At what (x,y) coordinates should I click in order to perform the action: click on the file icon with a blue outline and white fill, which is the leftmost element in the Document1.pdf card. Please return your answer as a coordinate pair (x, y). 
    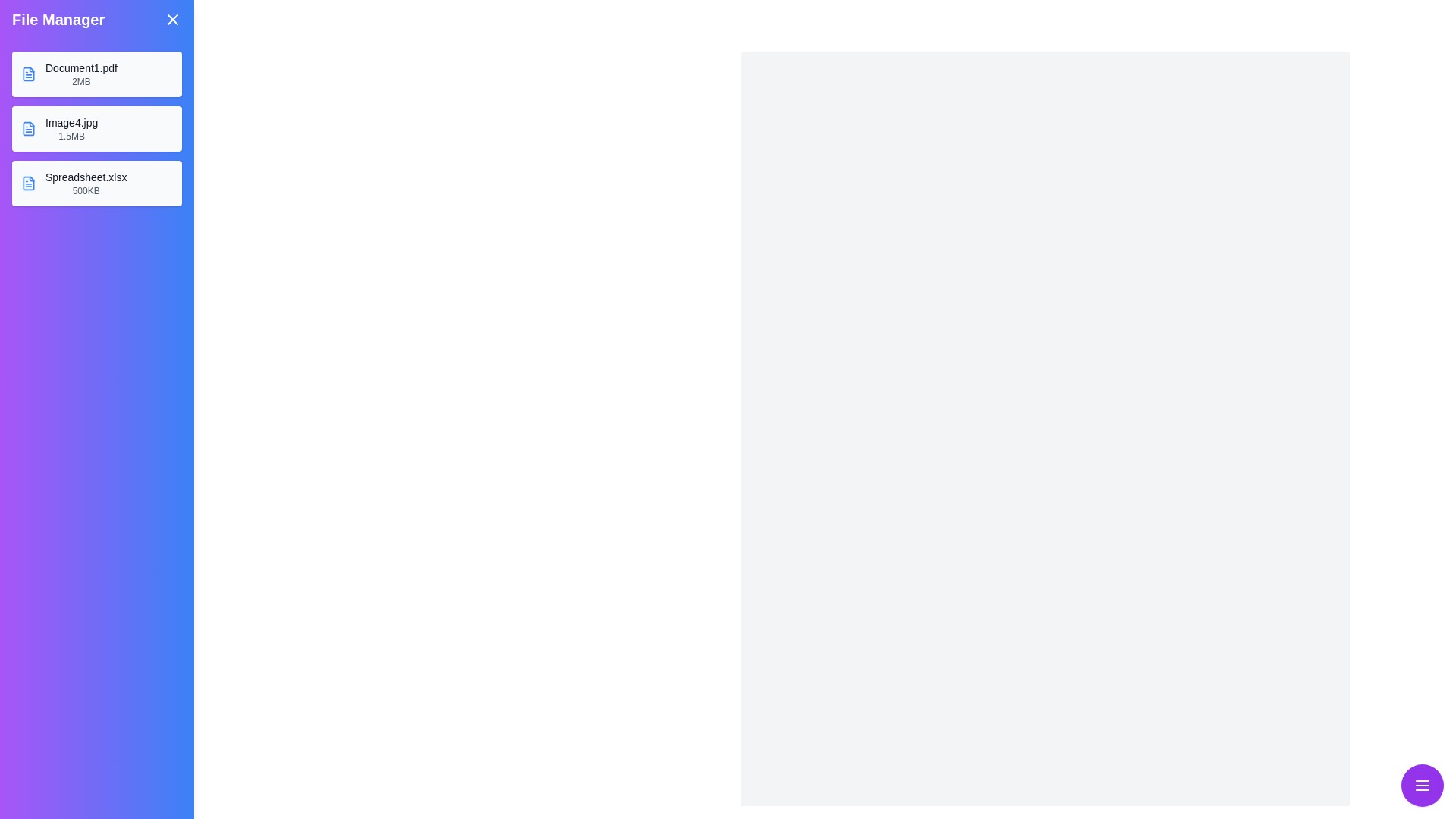
    Looking at the image, I should click on (29, 74).